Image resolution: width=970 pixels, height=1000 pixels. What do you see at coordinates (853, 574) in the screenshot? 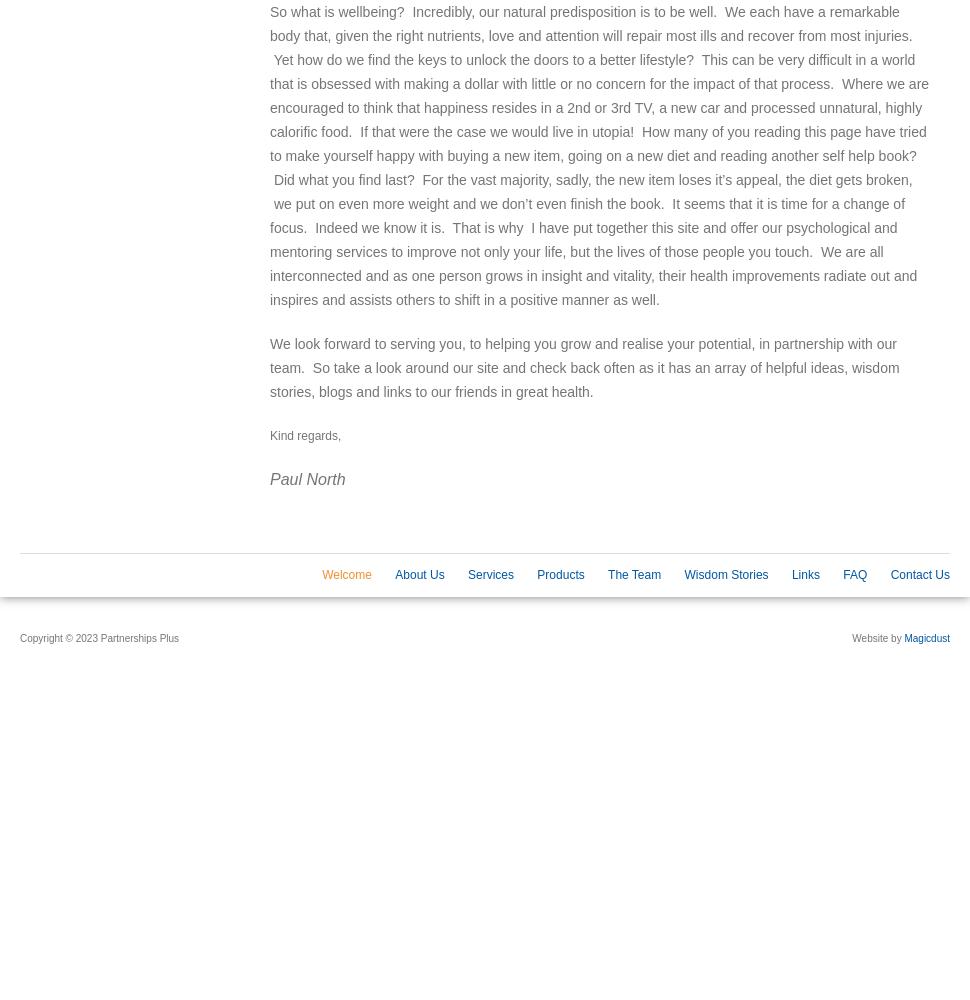
I see `'FAQ'` at bounding box center [853, 574].